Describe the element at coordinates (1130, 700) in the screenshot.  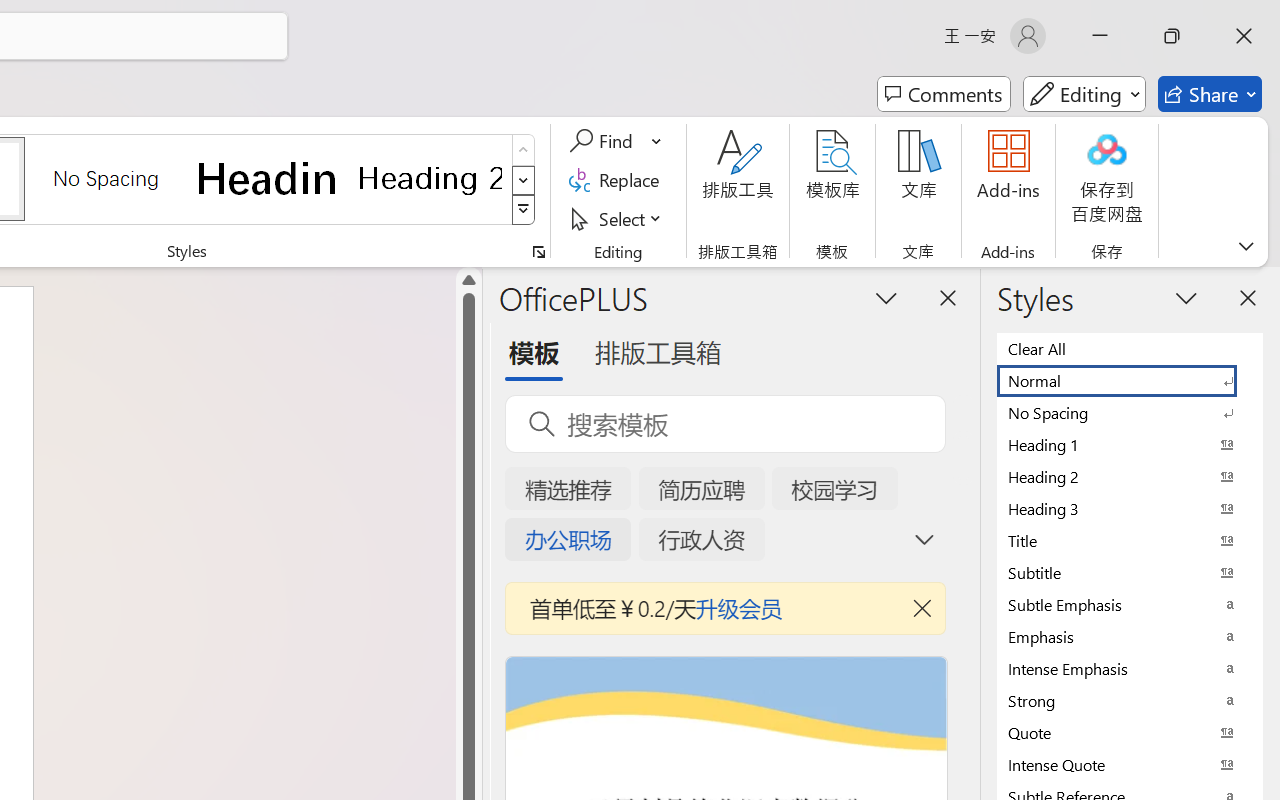
I see `'Strong'` at that location.